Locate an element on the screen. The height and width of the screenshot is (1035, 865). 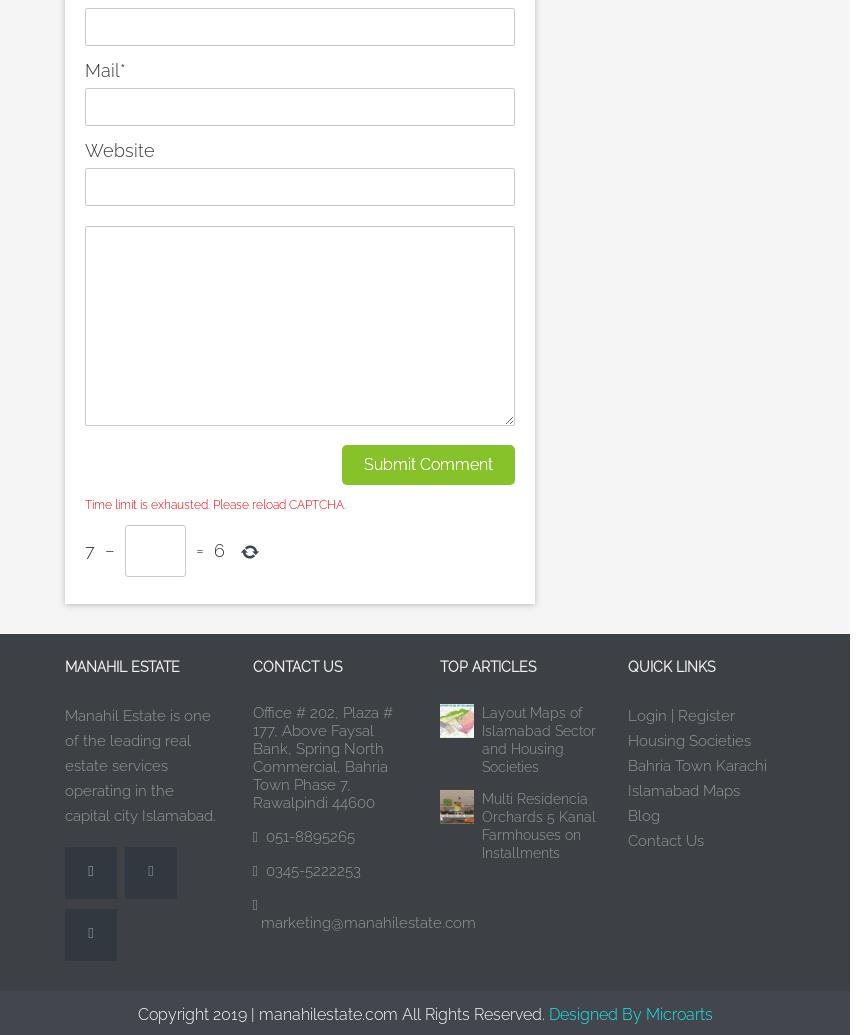
'0345-5222253' is located at coordinates (308, 869).